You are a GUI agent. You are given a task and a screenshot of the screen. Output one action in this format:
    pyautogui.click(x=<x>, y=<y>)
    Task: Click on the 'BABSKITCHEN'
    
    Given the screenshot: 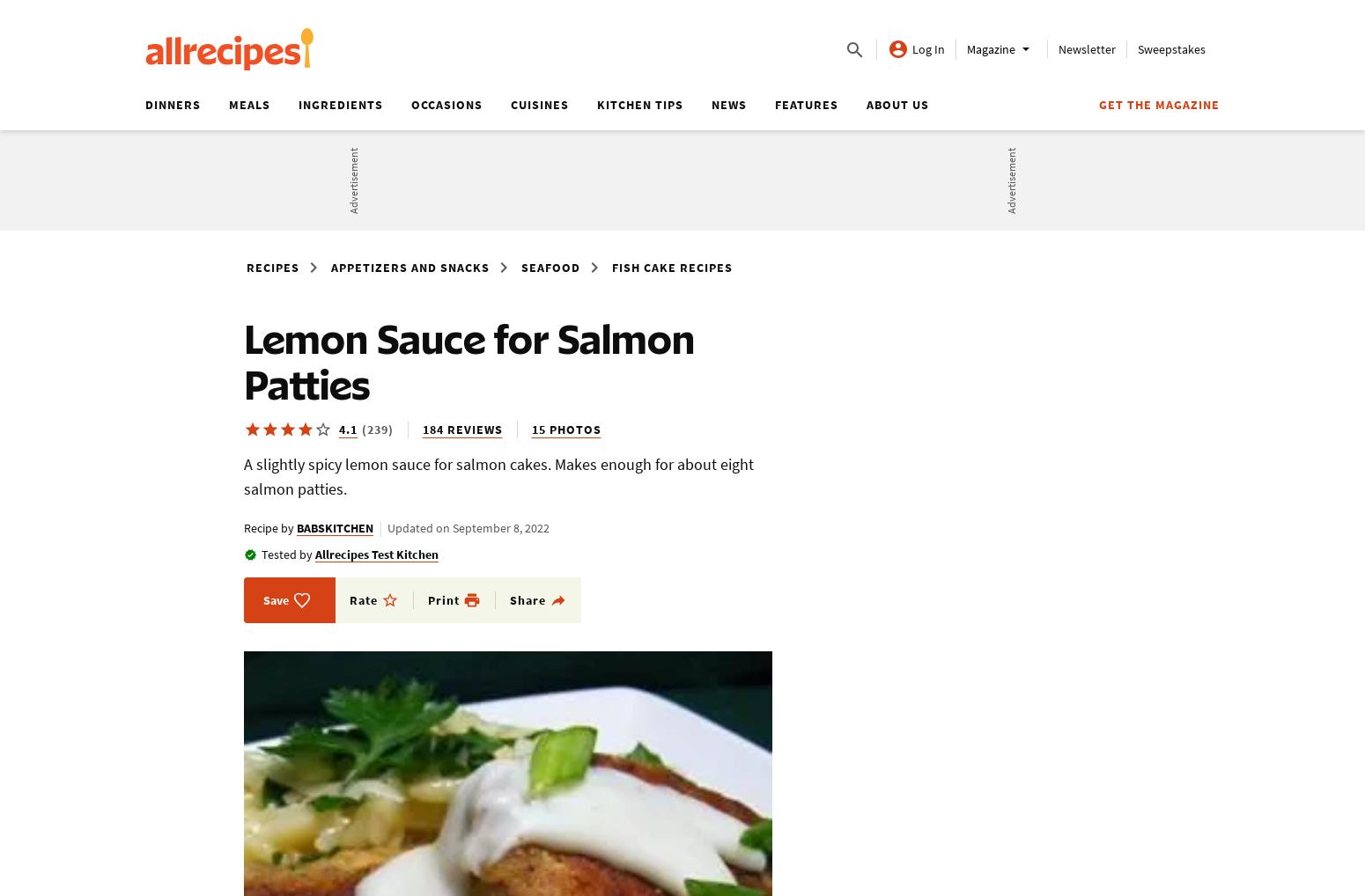 What is the action you would take?
    pyautogui.click(x=295, y=528)
    